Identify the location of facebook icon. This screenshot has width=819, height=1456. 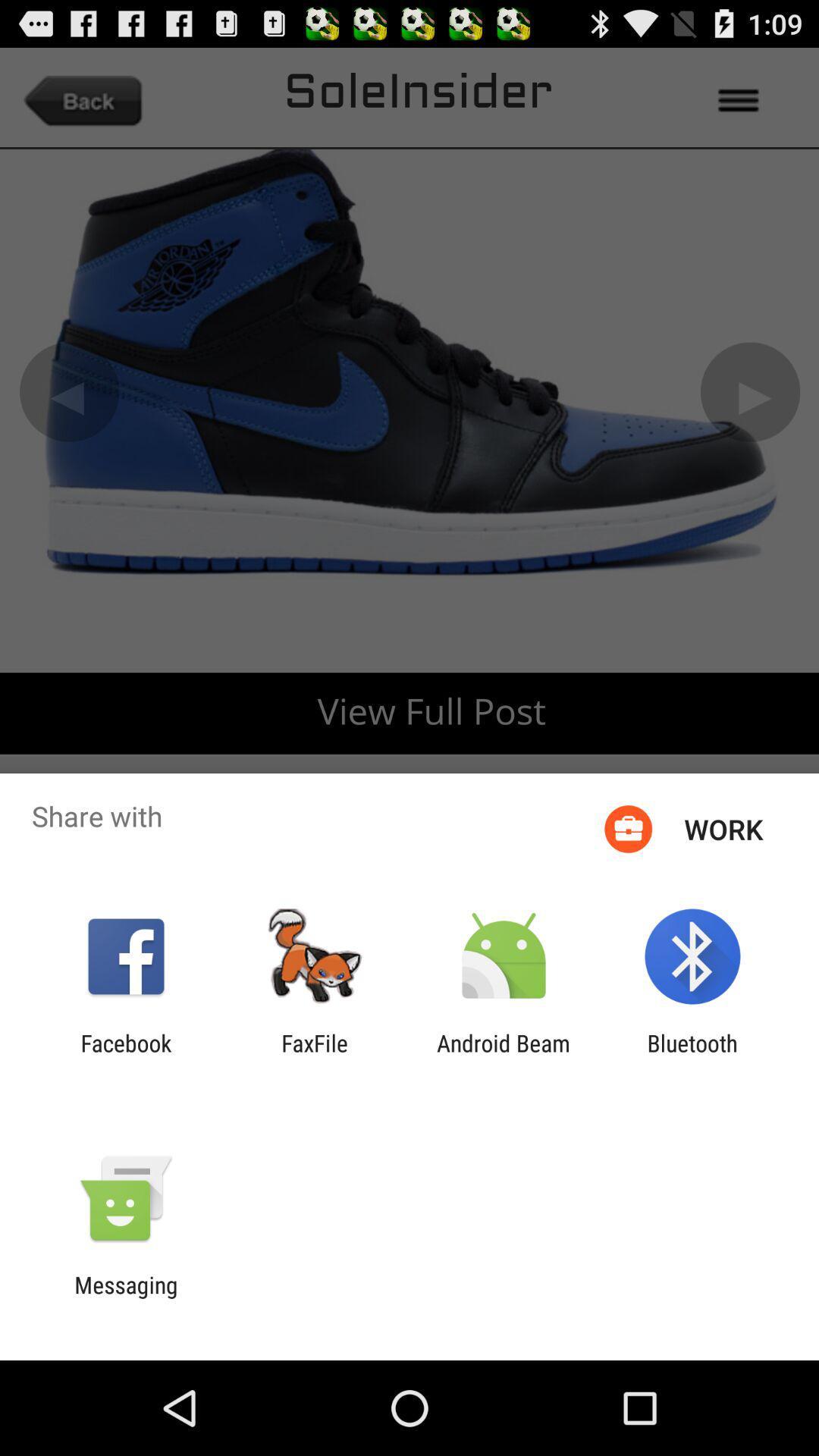
(125, 1056).